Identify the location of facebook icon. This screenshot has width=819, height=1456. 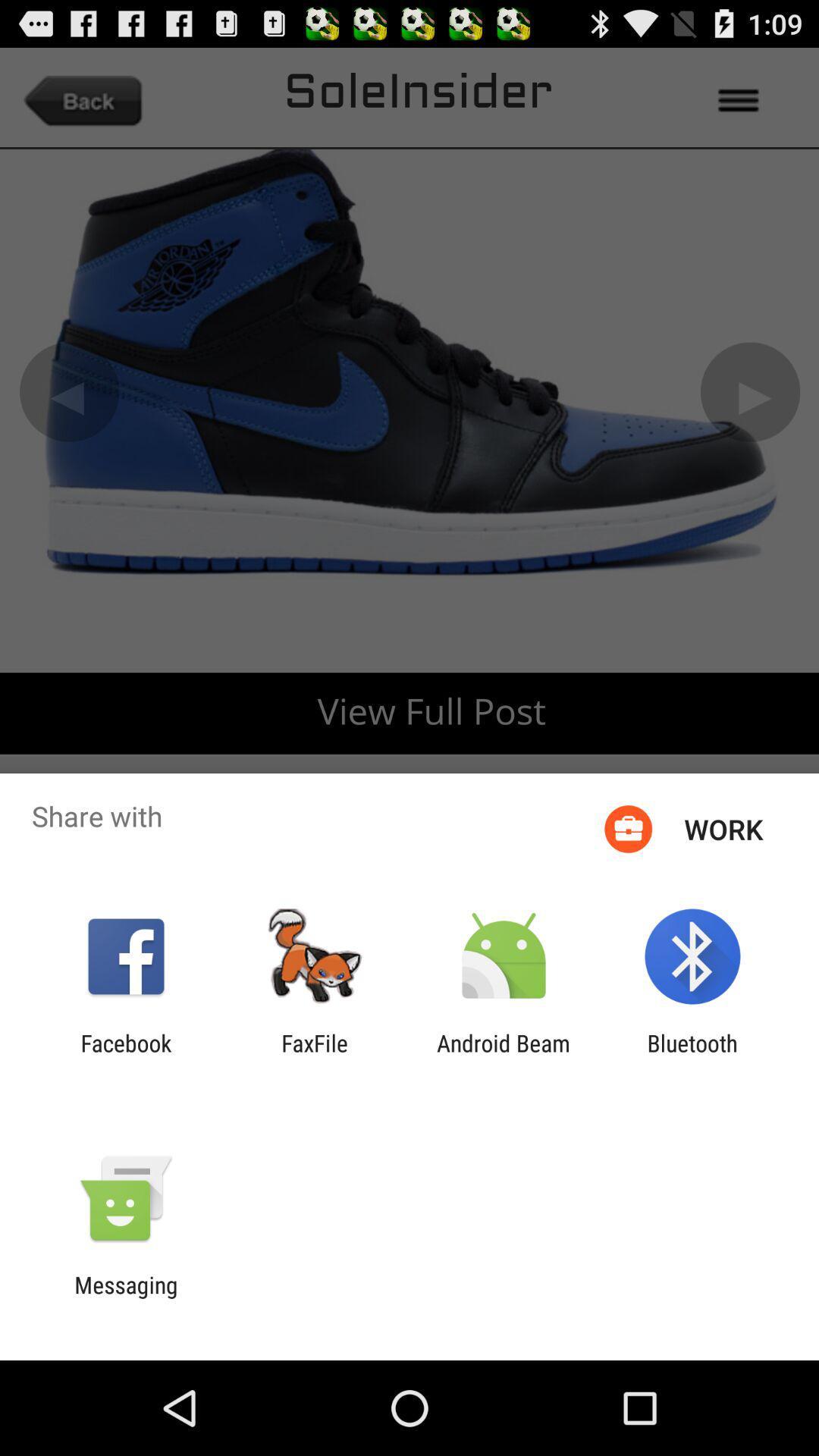
(125, 1056).